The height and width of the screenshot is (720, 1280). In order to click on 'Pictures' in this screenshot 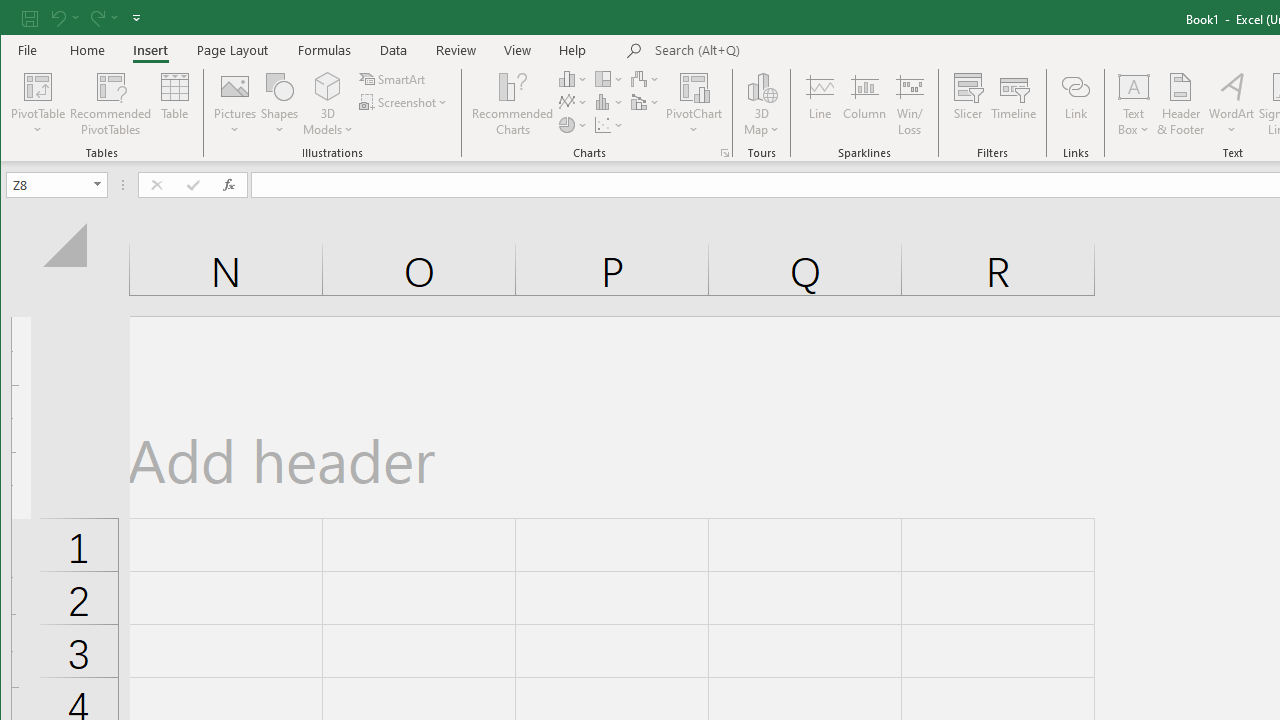, I will do `click(235, 104)`.